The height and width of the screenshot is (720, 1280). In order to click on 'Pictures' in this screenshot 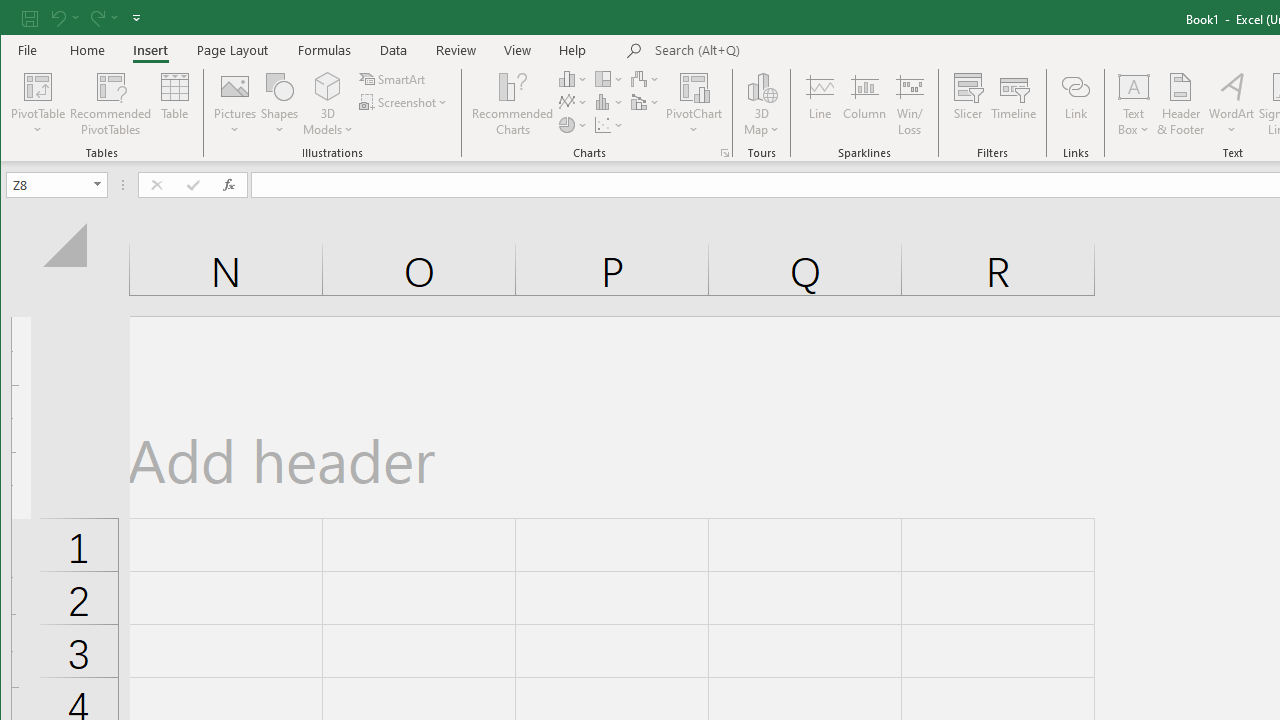, I will do `click(235, 104)`.